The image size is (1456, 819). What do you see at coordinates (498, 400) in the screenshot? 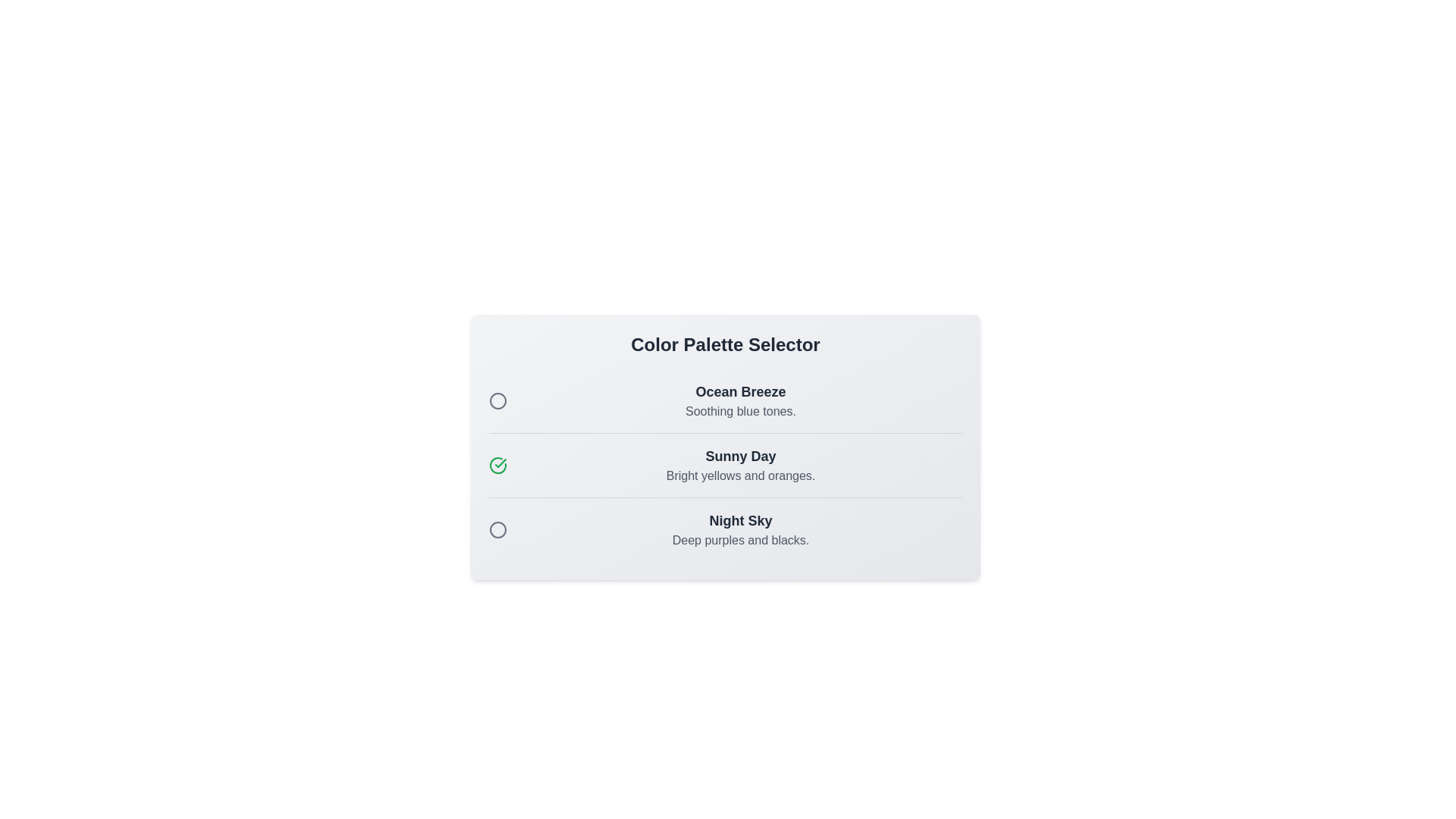
I see `the color palette Ocean Breeze` at bounding box center [498, 400].